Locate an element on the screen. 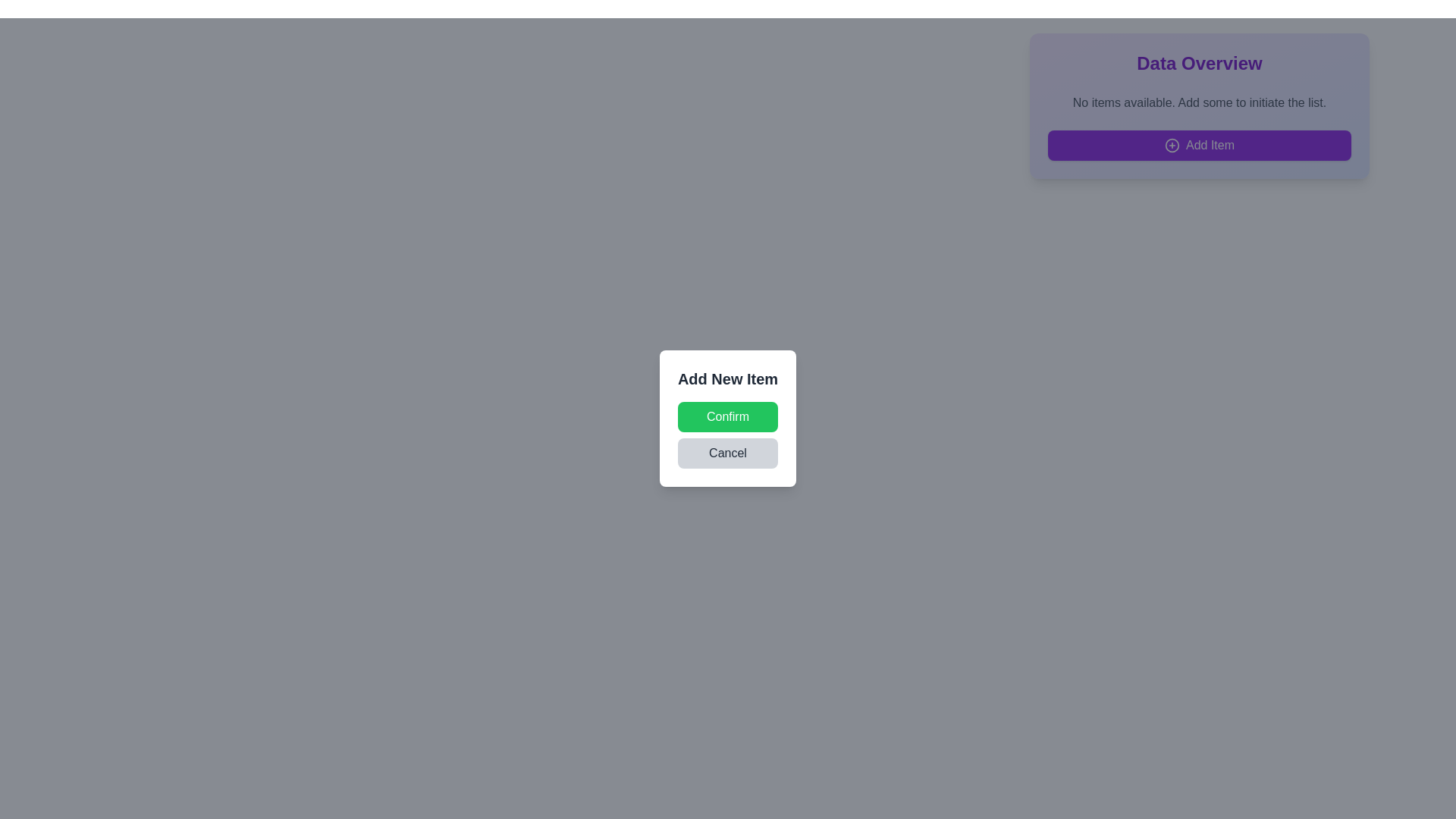  informative feedback text label indicating that the list is currently empty, positioned below the 'Data Overview' title and above the 'Add Item' button is located at coordinates (1199, 102).